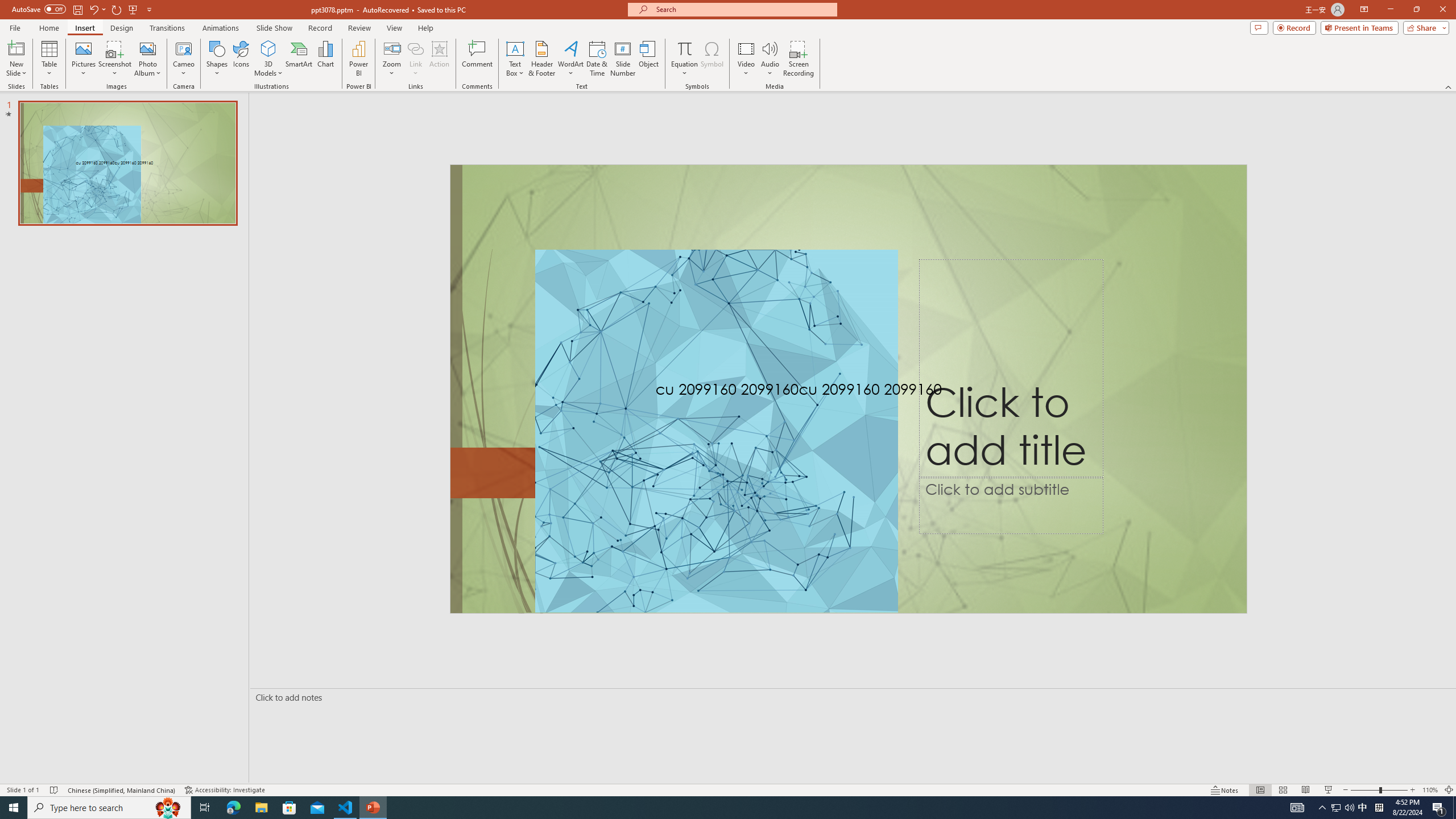  Describe the element at coordinates (359, 59) in the screenshot. I see `'Power BI'` at that location.